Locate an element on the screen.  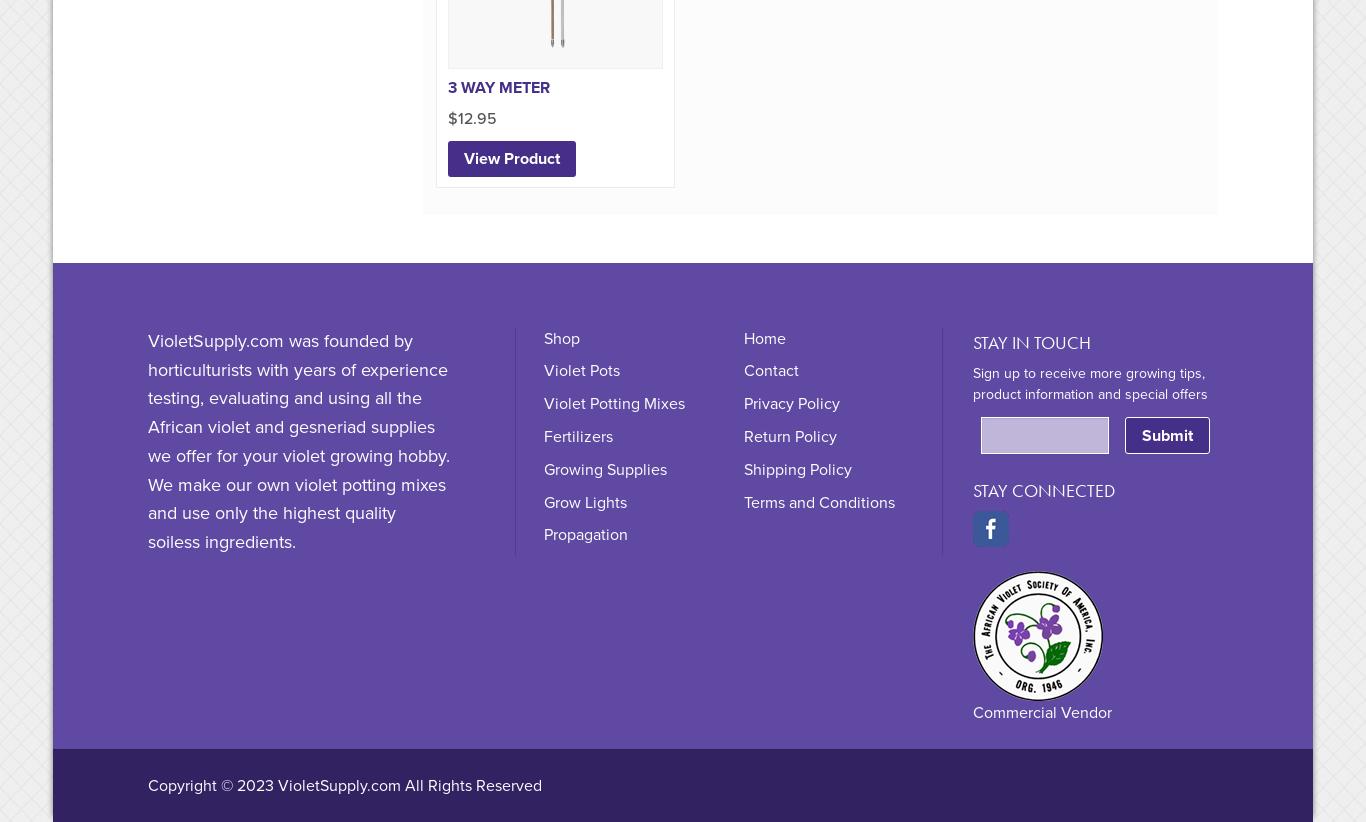
'Propagation' is located at coordinates (584, 535).